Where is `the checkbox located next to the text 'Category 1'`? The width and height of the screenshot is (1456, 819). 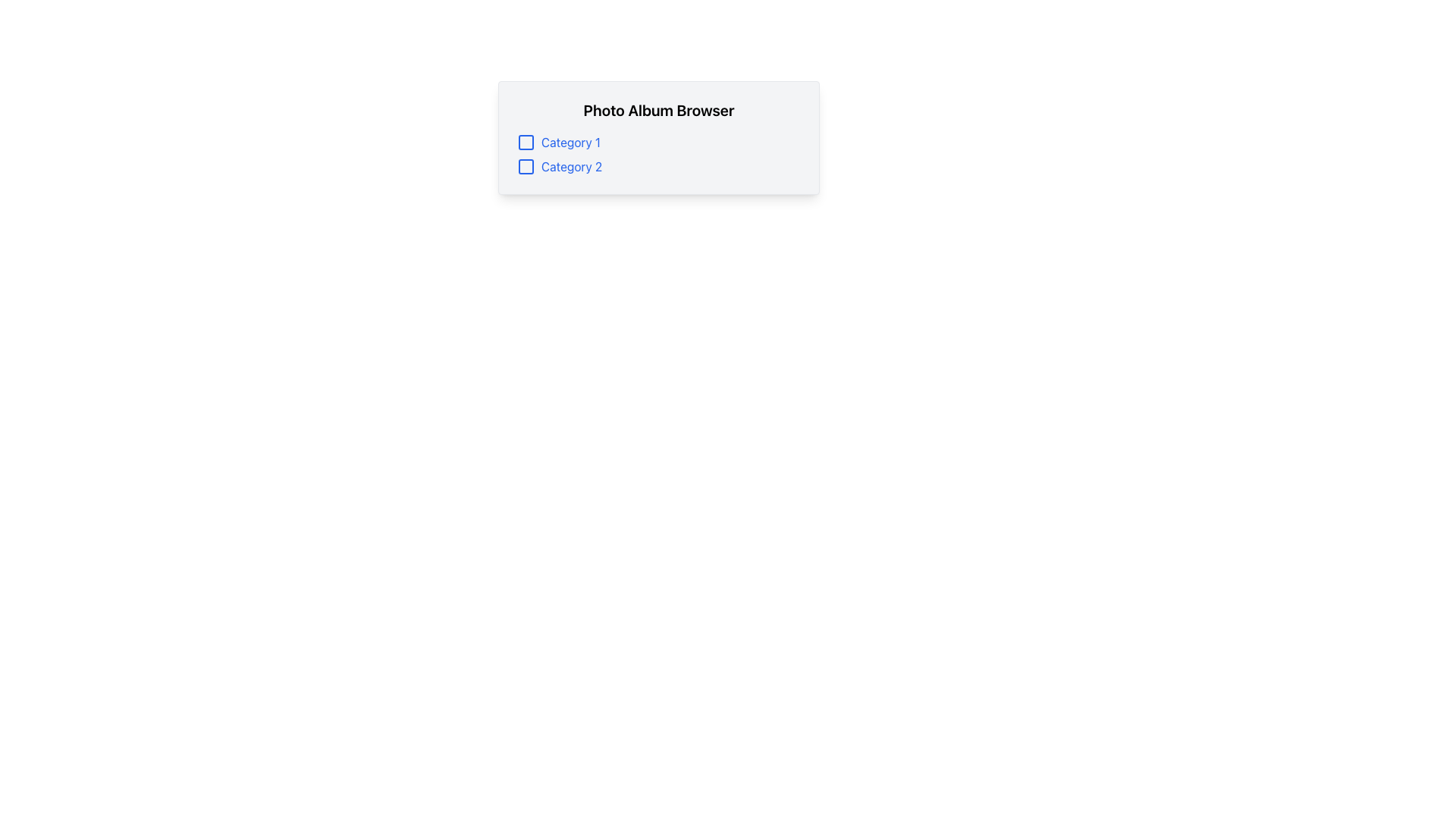 the checkbox located next to the text 'Category 1' is located at coordinates (526, 143).